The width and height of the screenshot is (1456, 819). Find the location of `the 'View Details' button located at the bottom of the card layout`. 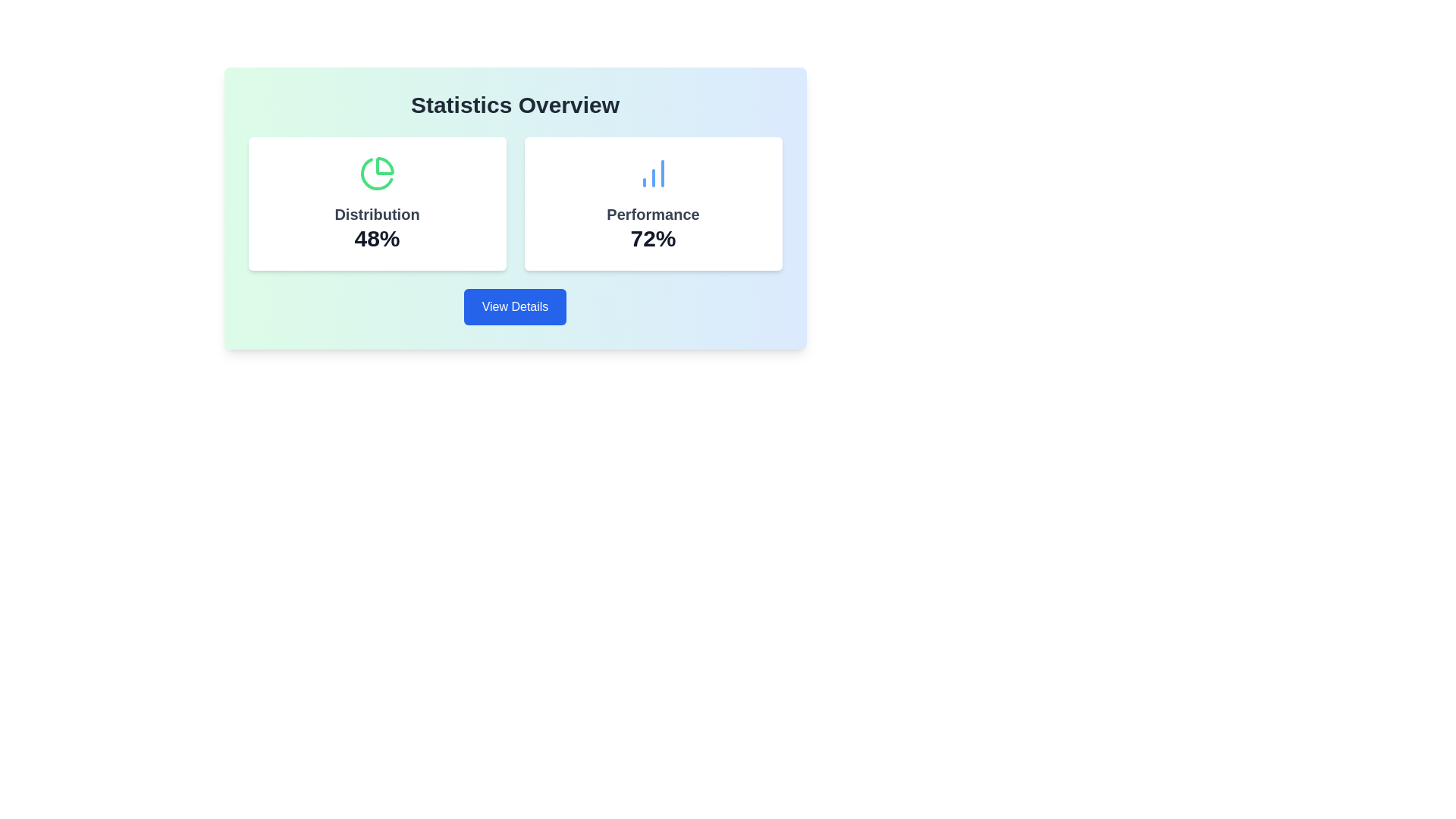

the 'View Details' button located at the bottom of the card layout is located at coordinates (515, 307).